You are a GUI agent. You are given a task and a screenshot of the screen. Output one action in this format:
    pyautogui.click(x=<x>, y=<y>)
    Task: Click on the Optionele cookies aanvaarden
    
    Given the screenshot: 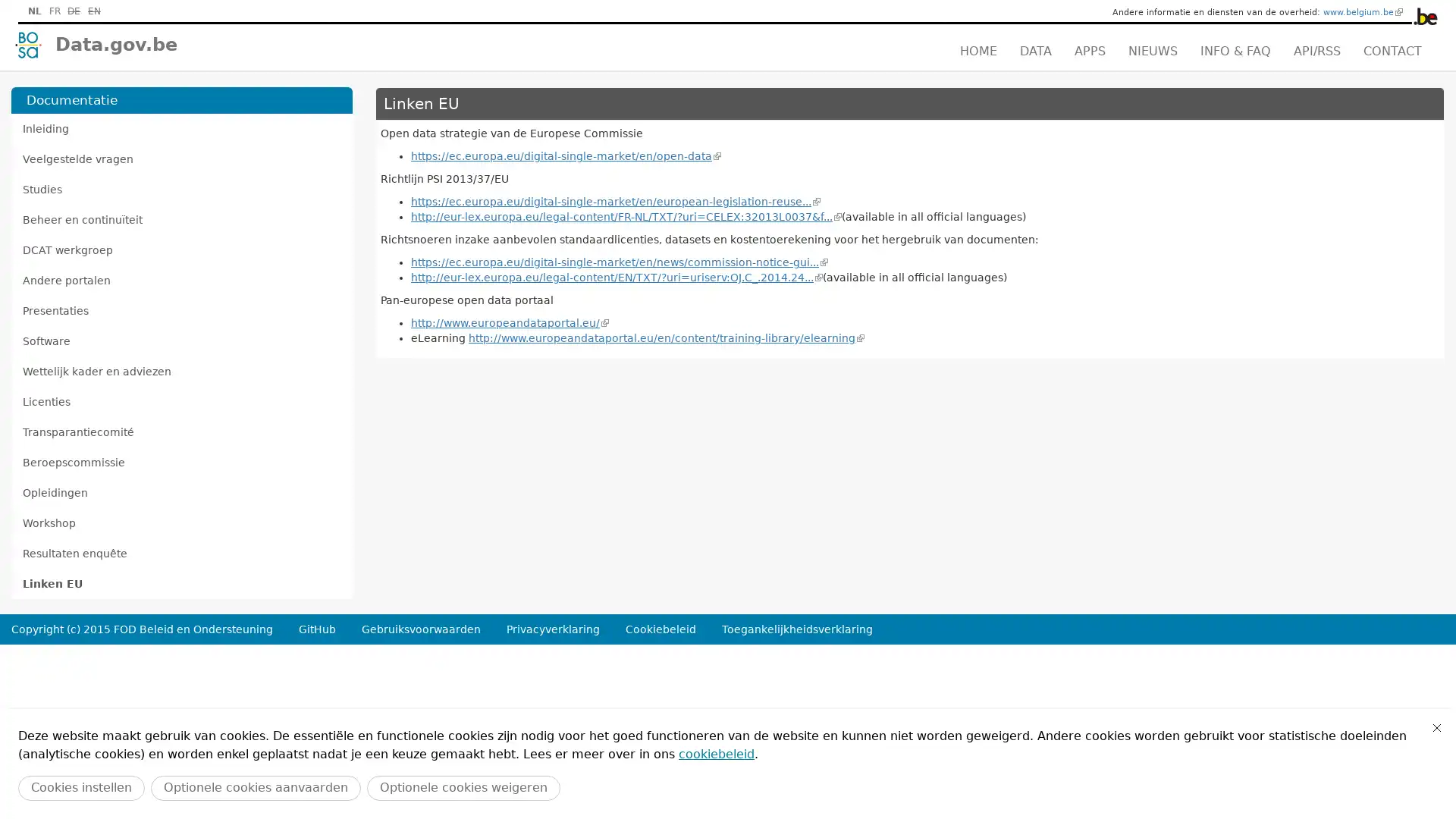 What is the action you would take?
    pyautogui.click(x=256, y=787)
    